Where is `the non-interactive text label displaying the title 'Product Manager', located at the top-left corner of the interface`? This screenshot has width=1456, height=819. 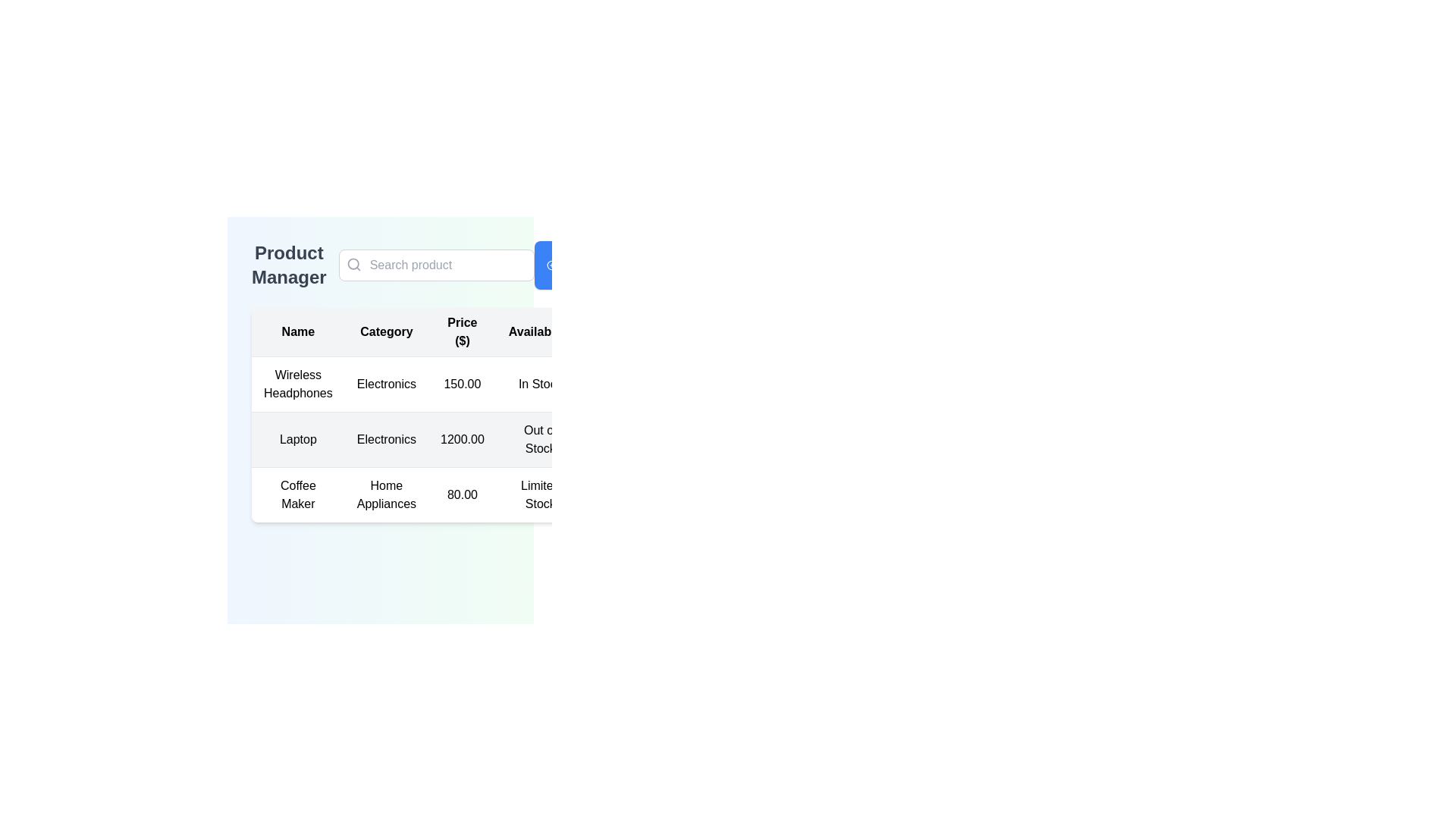 the non-interactive text label displaying the title 'Product Manager', located at the top-left corner of the interface is located at coordinates (289, 265).